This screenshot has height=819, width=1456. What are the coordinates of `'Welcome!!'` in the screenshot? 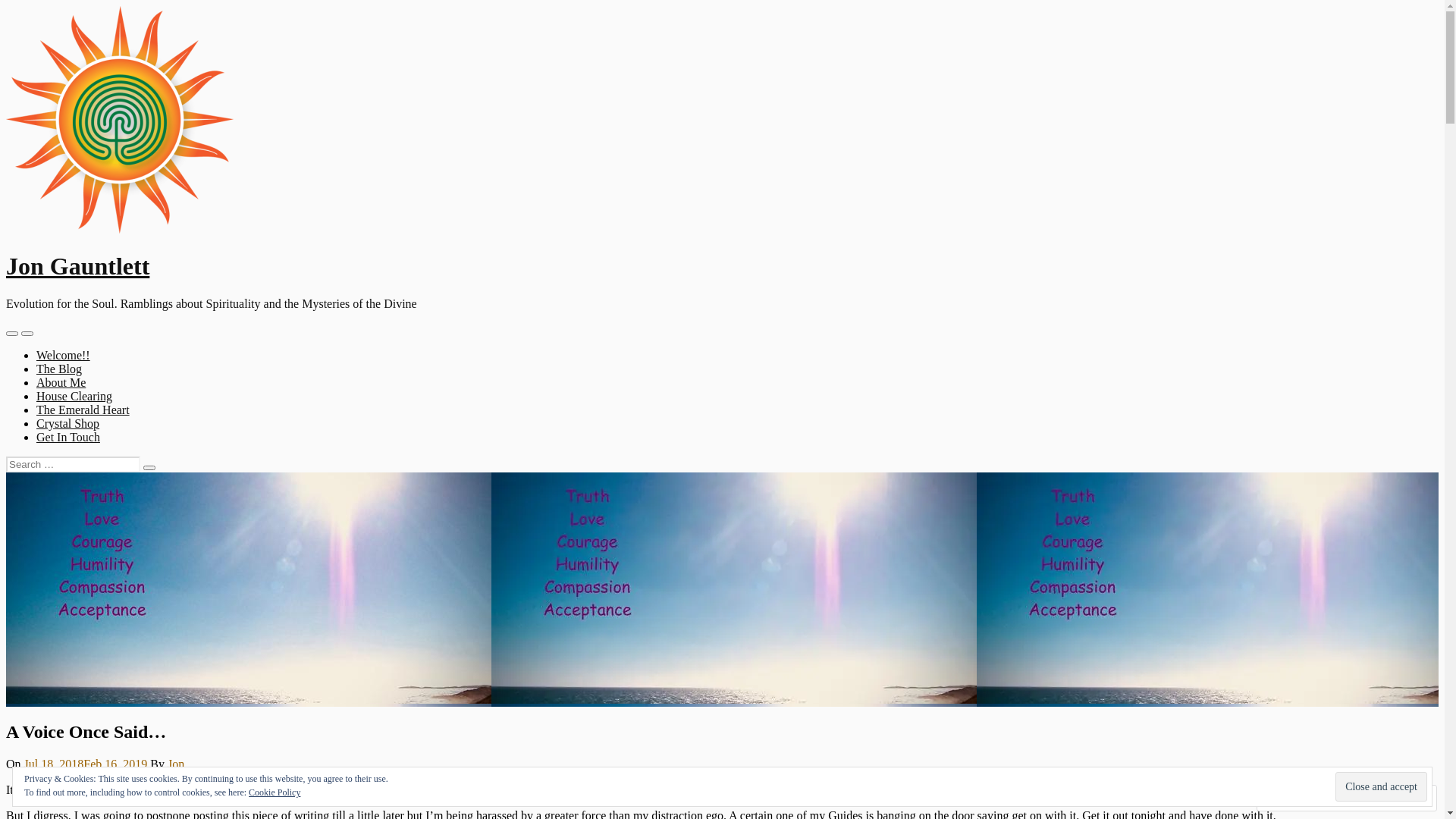 It's located at (62, 355).